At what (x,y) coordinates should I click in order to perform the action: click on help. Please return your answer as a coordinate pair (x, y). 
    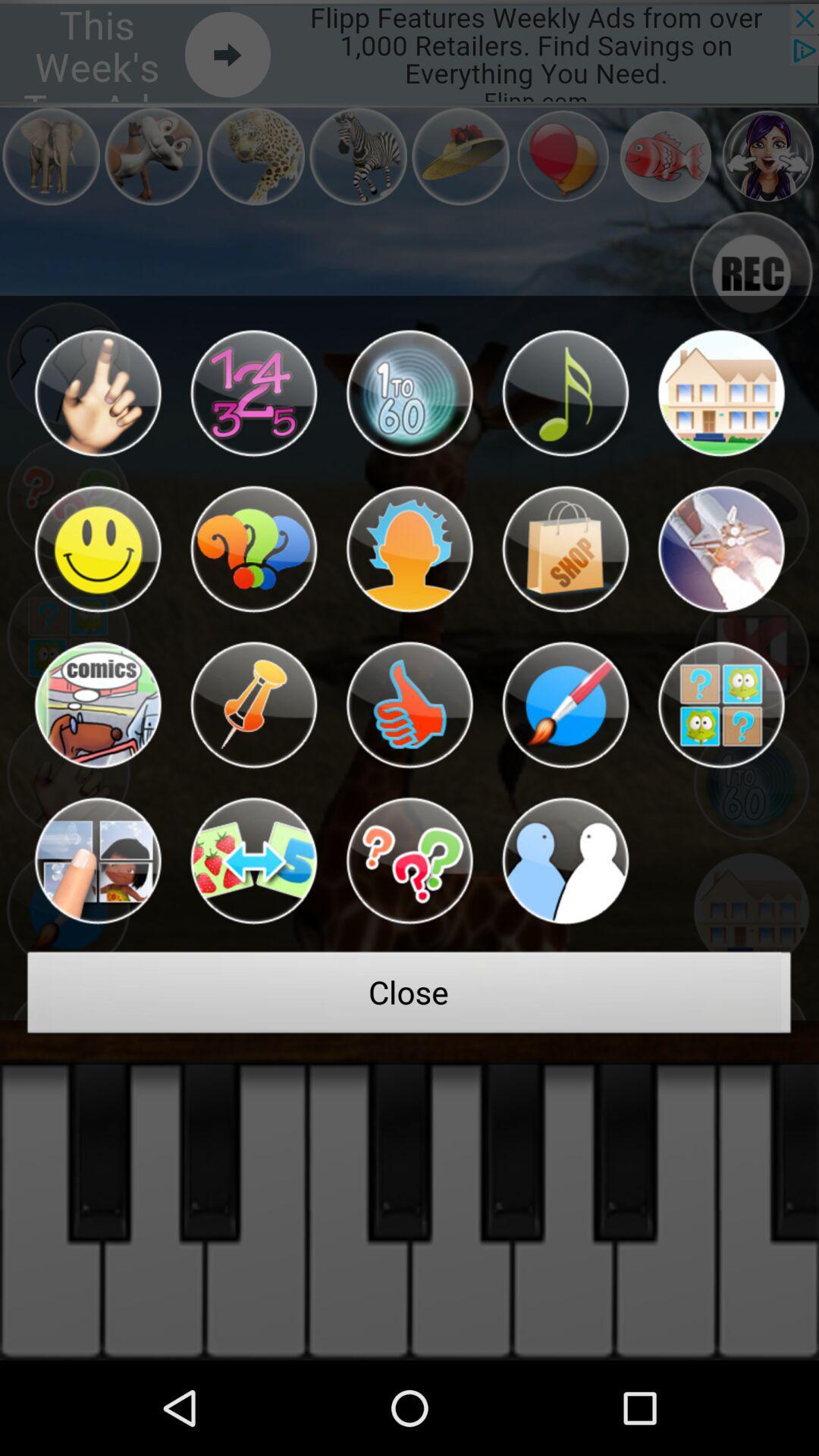
    Looking at the image, I should click on (409, 861).